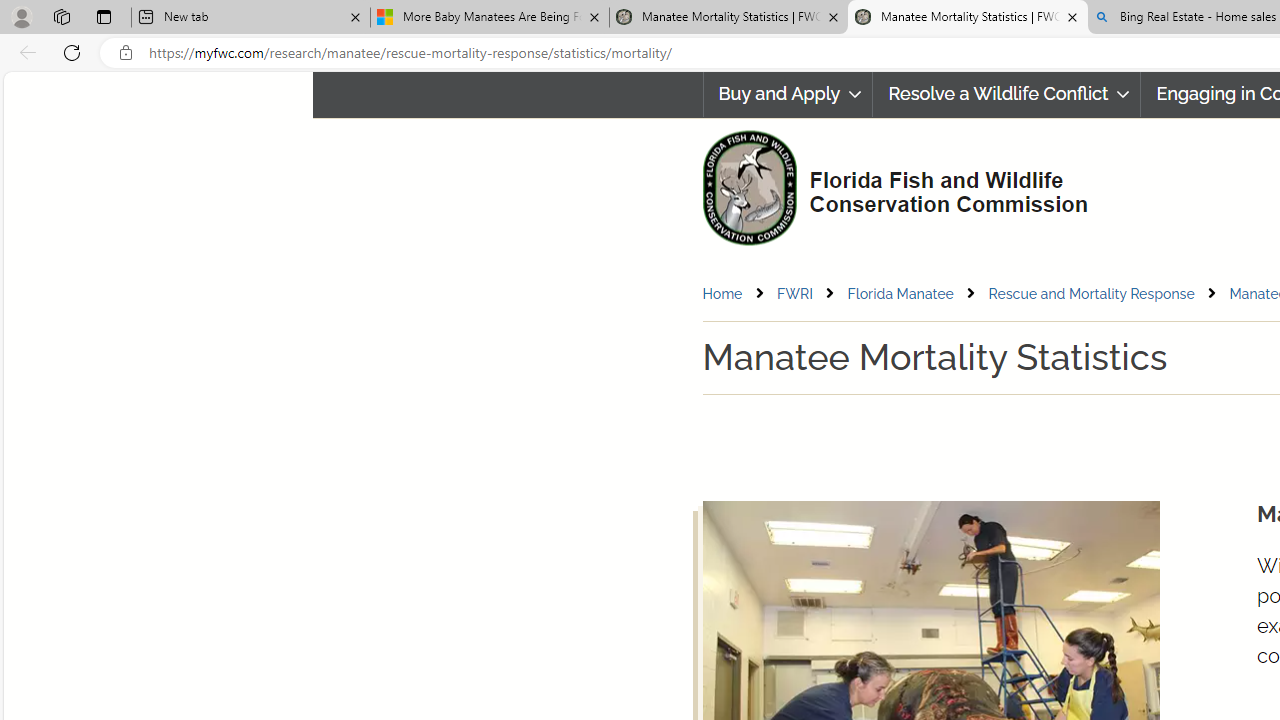 The width and height of the screenshot is (1280, 720). What do you see at coordinates (720, 293) in the screenshot?
I see `'Home'` at bounding box center [720, 293].